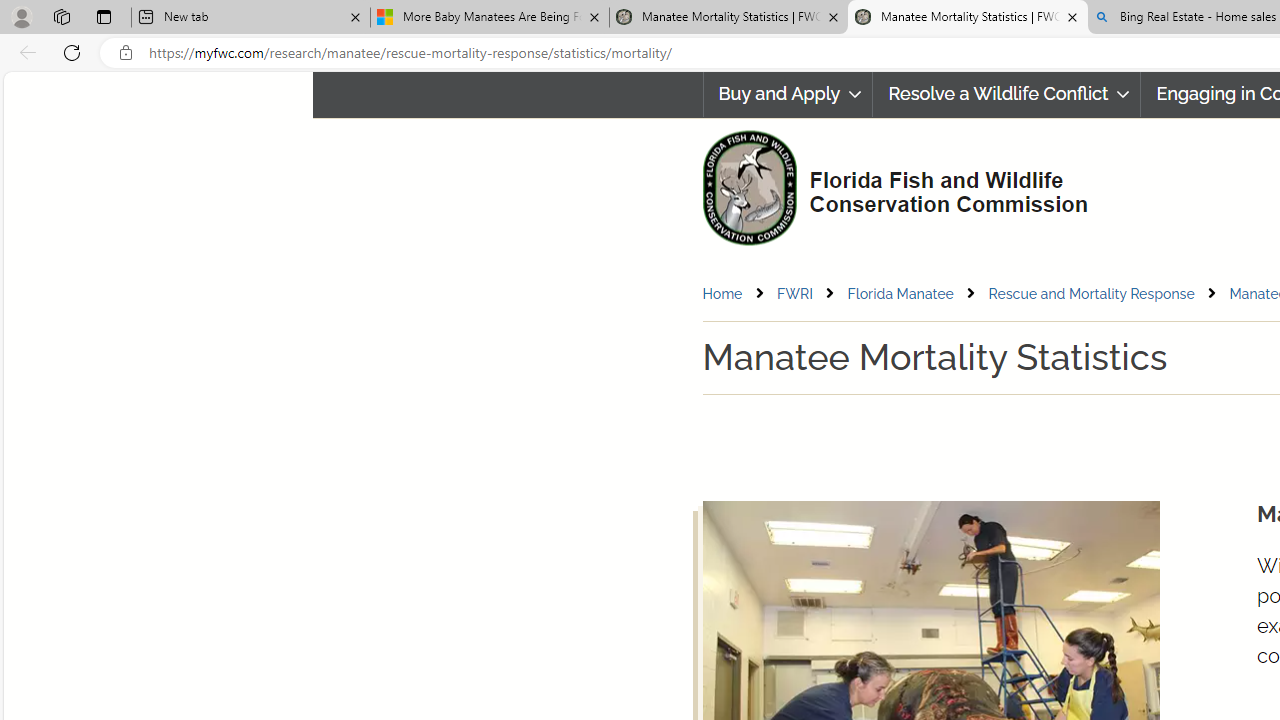 The width and height of the screenshot is (1280, 720). What do you see at coordinates (720, 293) in the screenshot?
I see `'Home'` at bounding box center [720, 293].